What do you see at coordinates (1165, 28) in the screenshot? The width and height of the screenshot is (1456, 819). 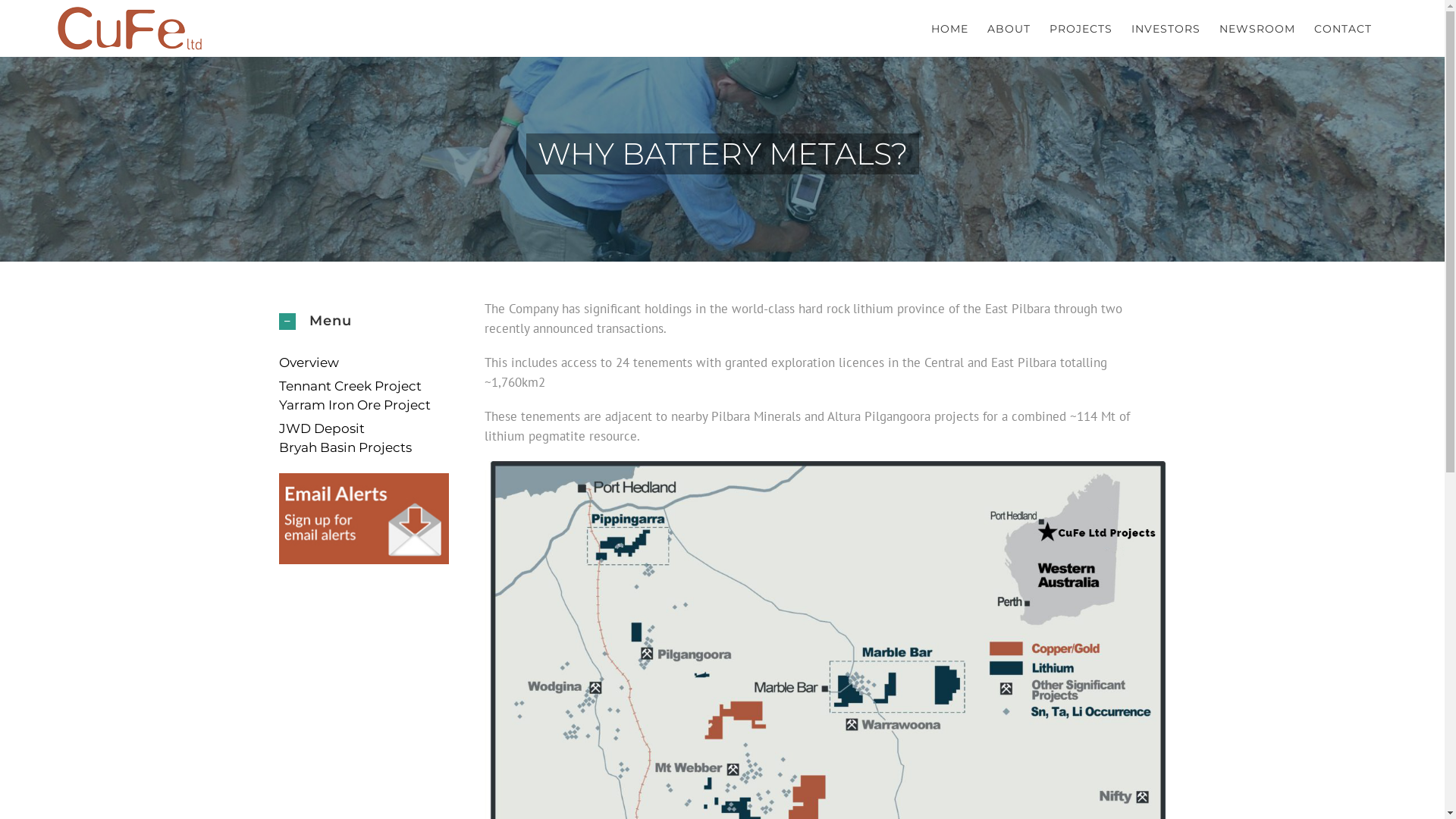 I see `'INVESTORS'` at bounding box center [1165, 28].